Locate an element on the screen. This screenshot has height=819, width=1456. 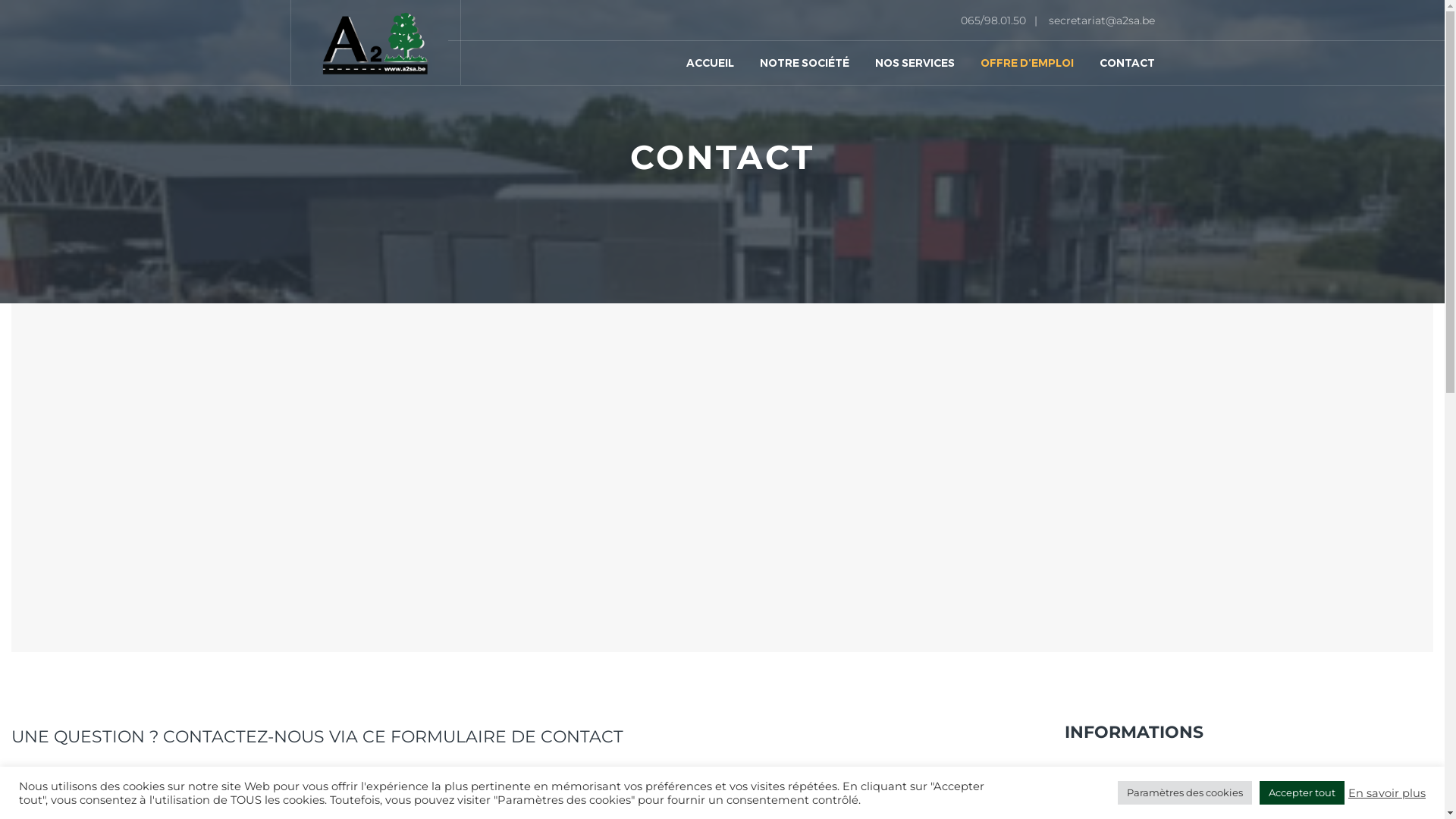
'NOS SERVICES' is located at coordinates (862, 42).